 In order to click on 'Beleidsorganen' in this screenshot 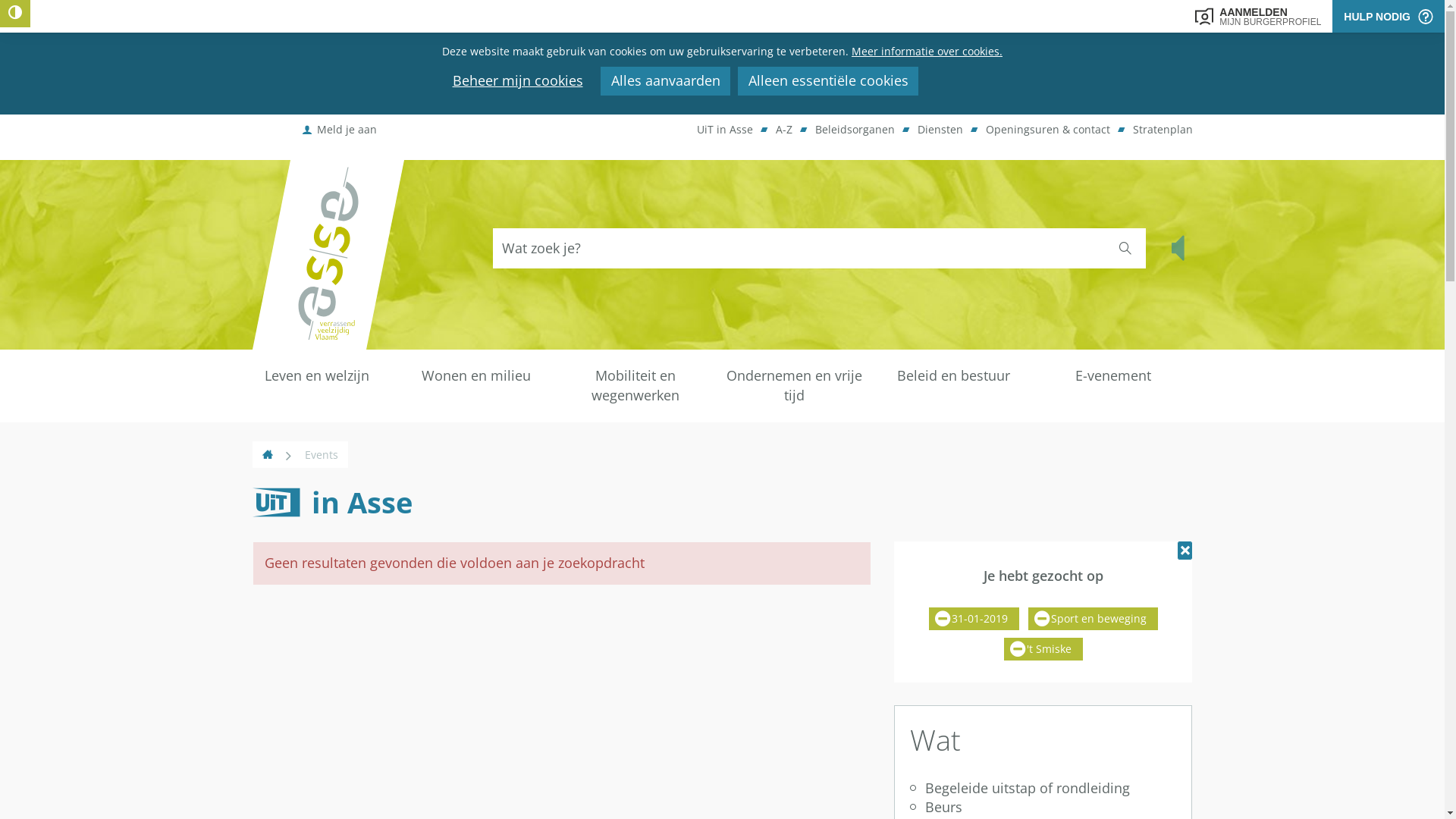, I will do `click(854, 129)`.